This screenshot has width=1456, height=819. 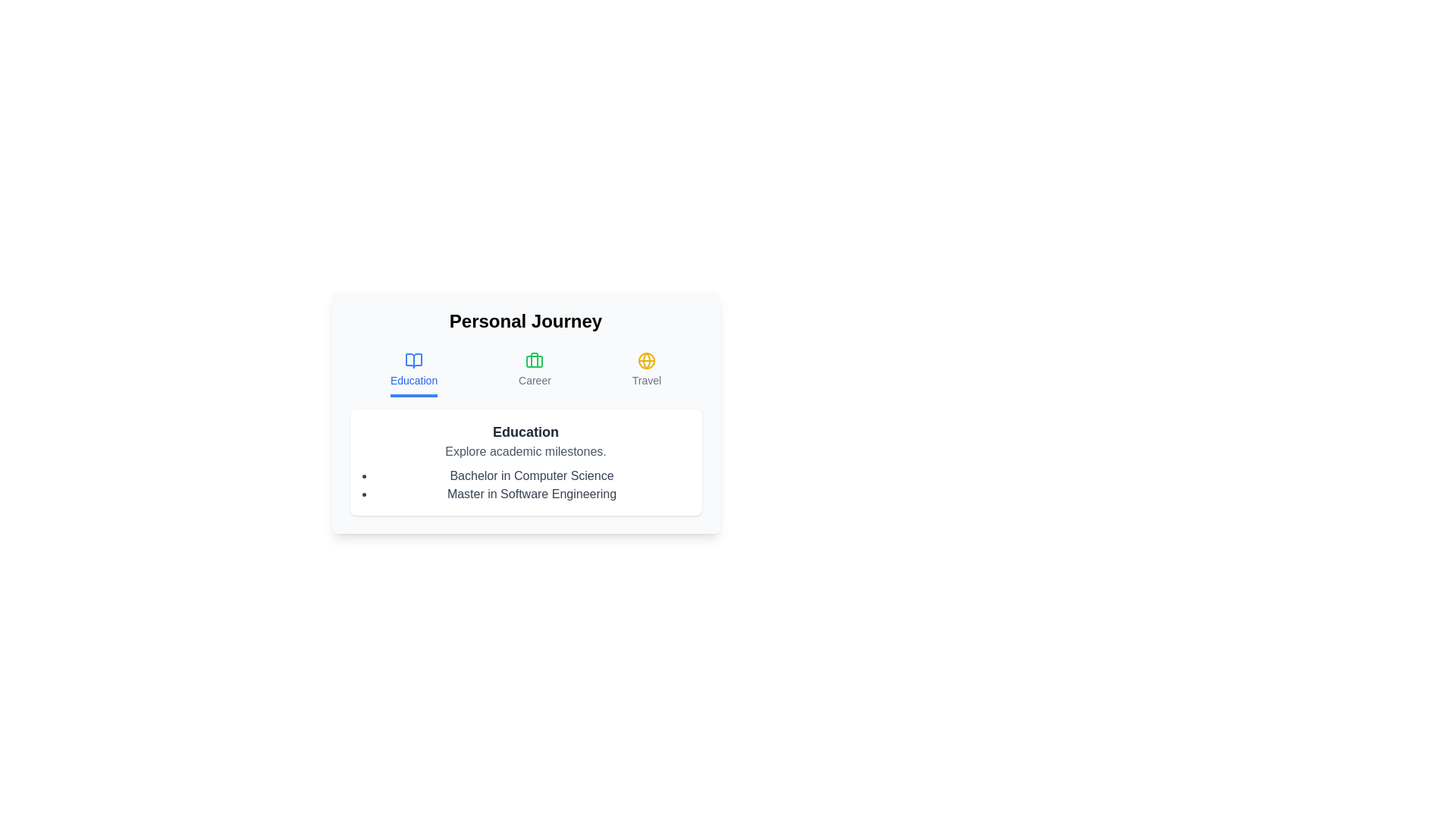 What do you see at coordinates (646, 360) in the screenshot?
I see `the main circular shape of the globe icon, which is a graphical component representing the globe's spherical shape` at bounding box center [646, 360].